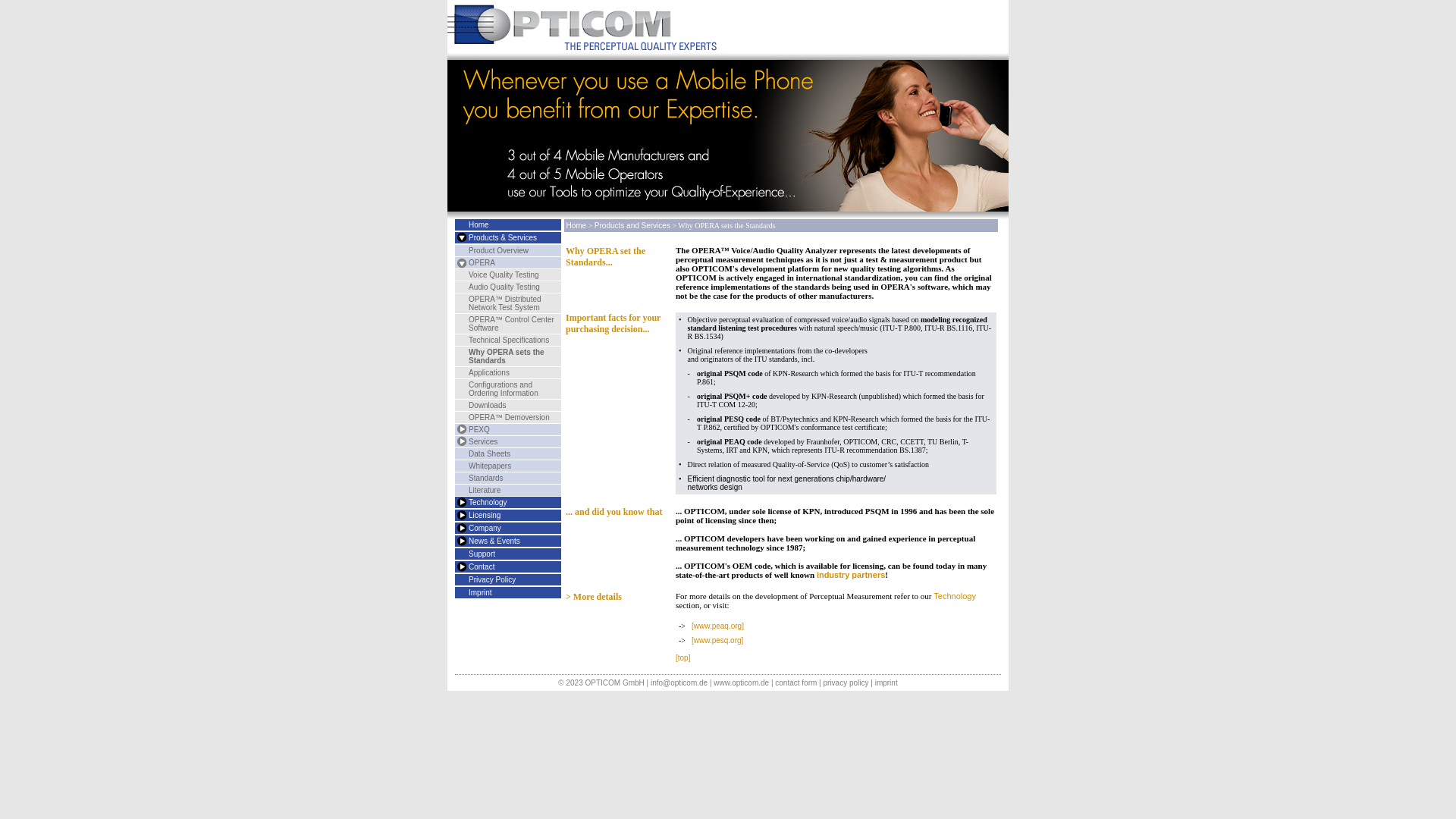 The width and height of the screenshot is (1456, 819). What do you see at coordinates (490, 465) in the screenshot?
I see `'Whitepapers'` at bounding box center [490, 465].